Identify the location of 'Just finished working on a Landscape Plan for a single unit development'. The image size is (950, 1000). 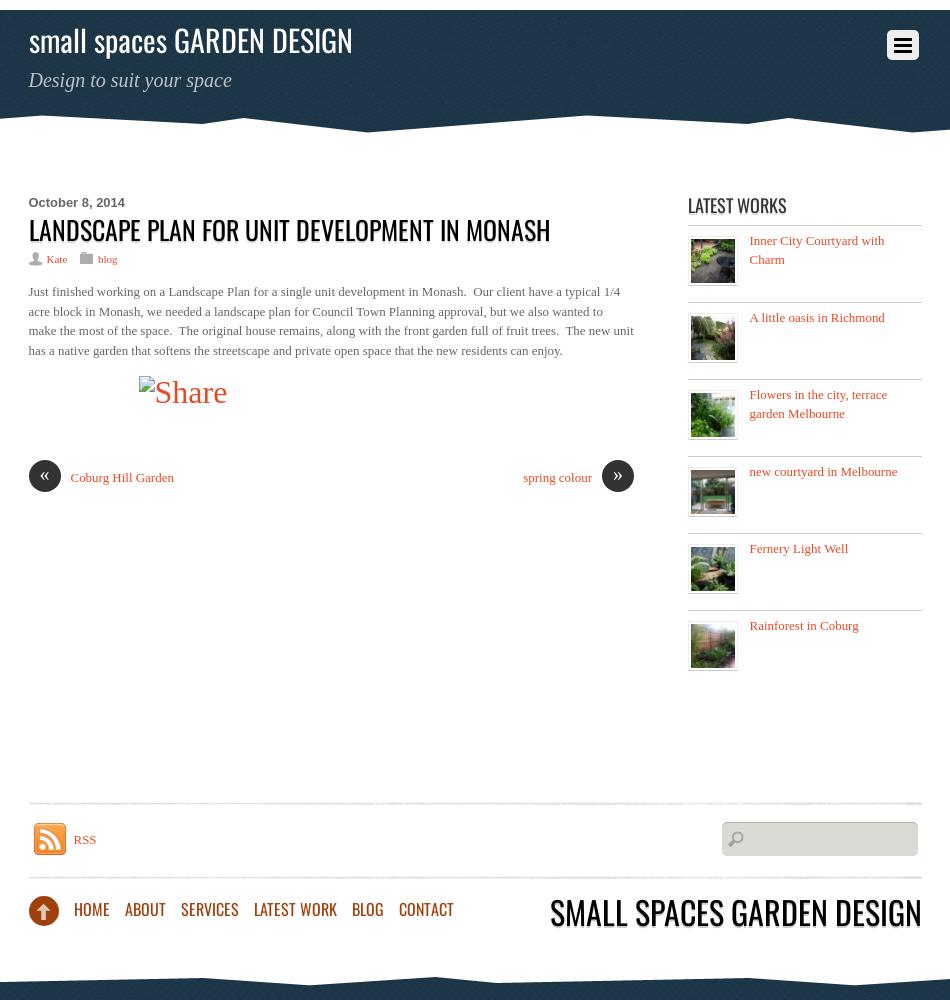
(216, 291).